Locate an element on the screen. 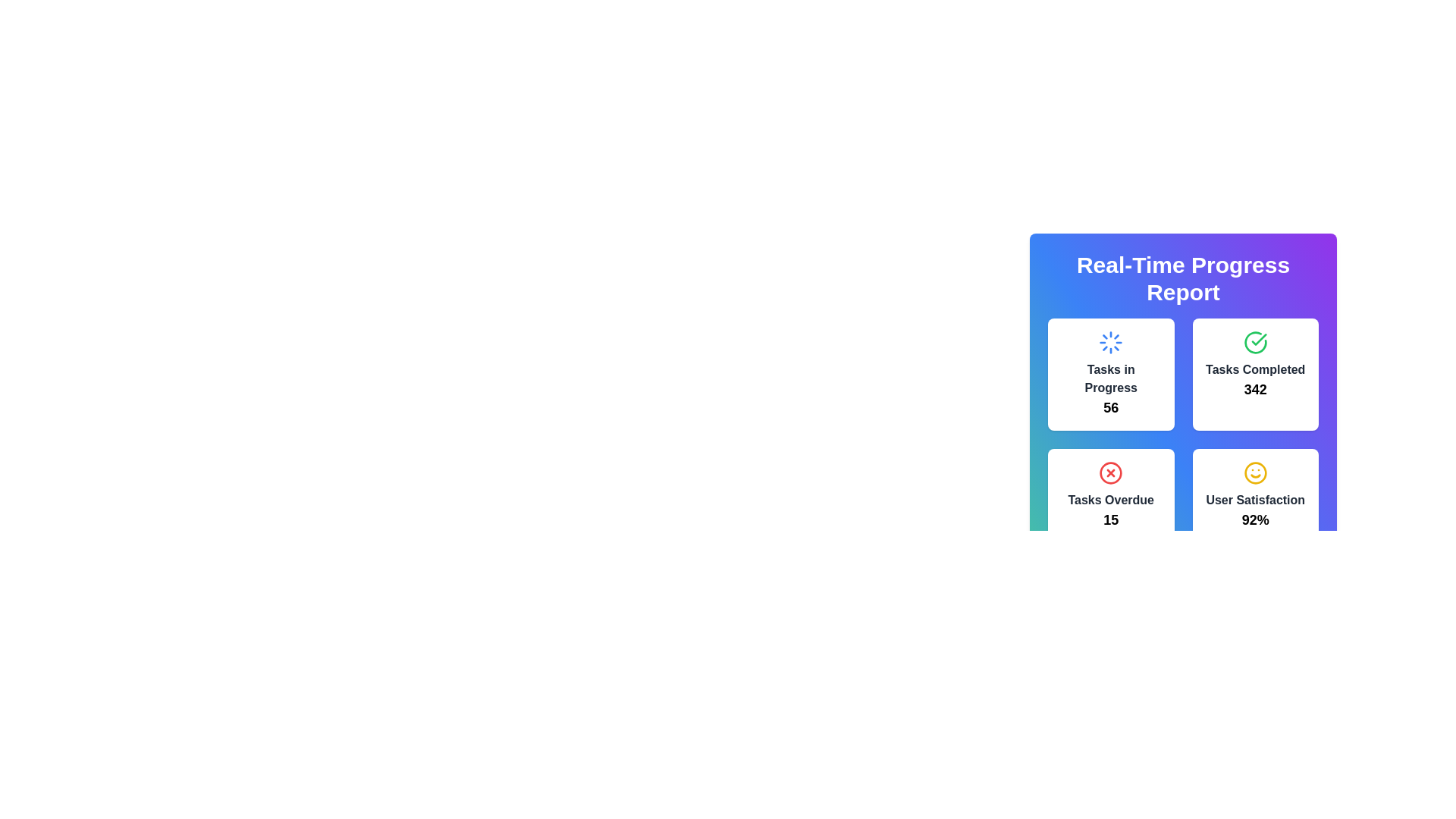 The image size is (1456, 819). the 'Real-Time Progress Report' composite UI element that displays key performance indicators such as active tasks, completed tasks, overdue tasks, and user satisfaction percentage is located at coordinates (1182, 373).